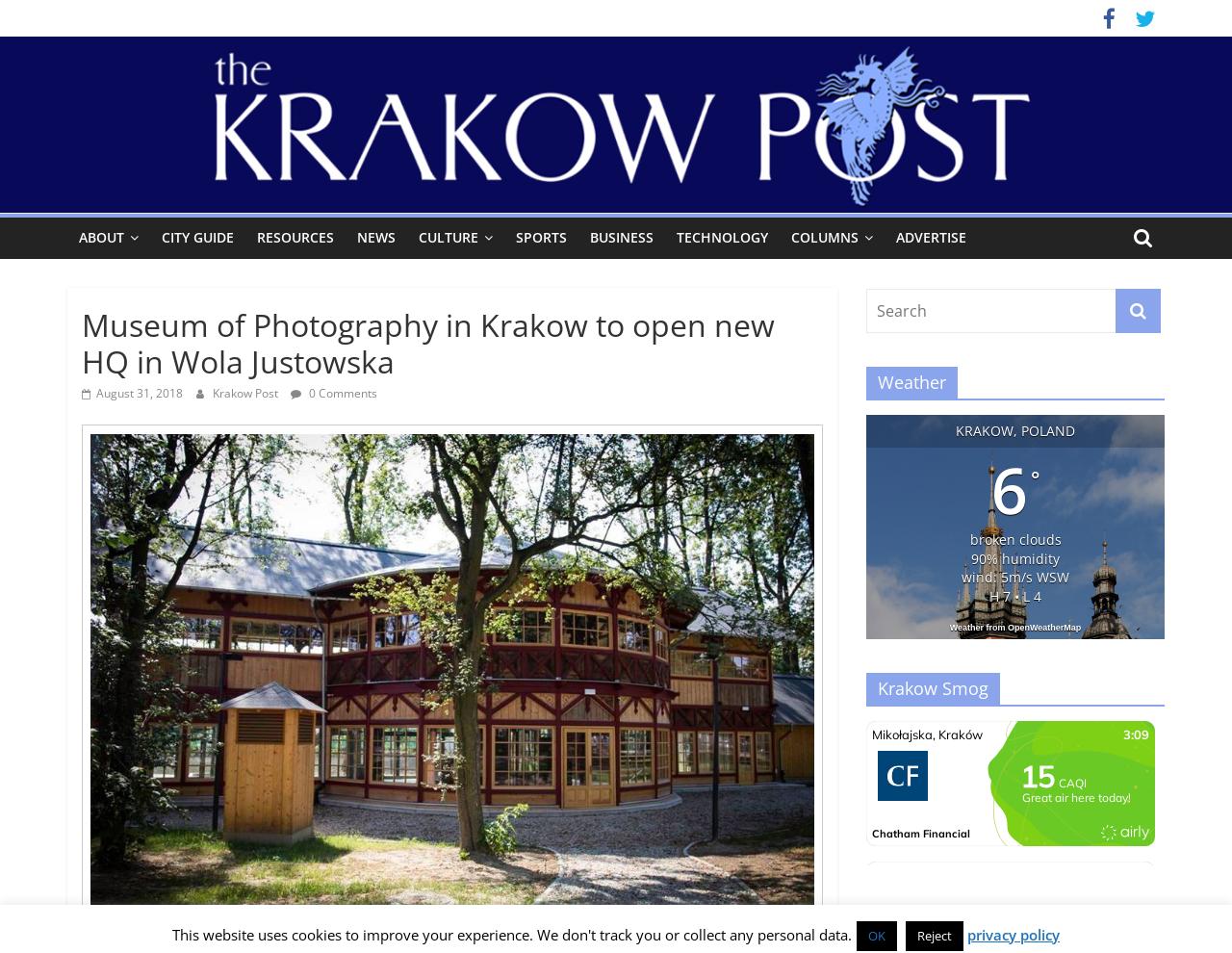 This screenshot has height=953, width=1232. I want to click on 'wind: 5m/s WSW', so click(1014, 576).